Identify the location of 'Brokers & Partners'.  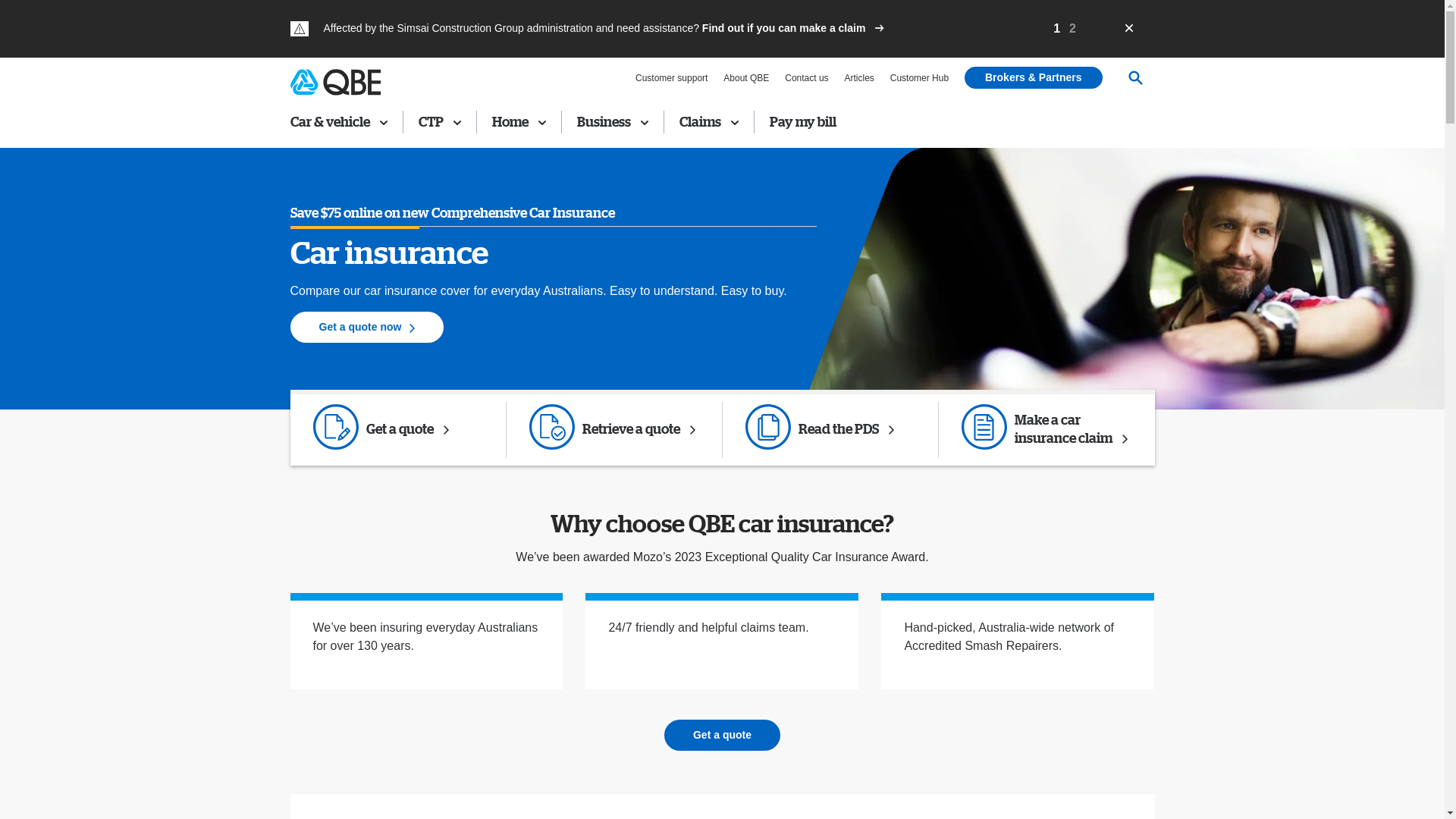
(1033, 77).